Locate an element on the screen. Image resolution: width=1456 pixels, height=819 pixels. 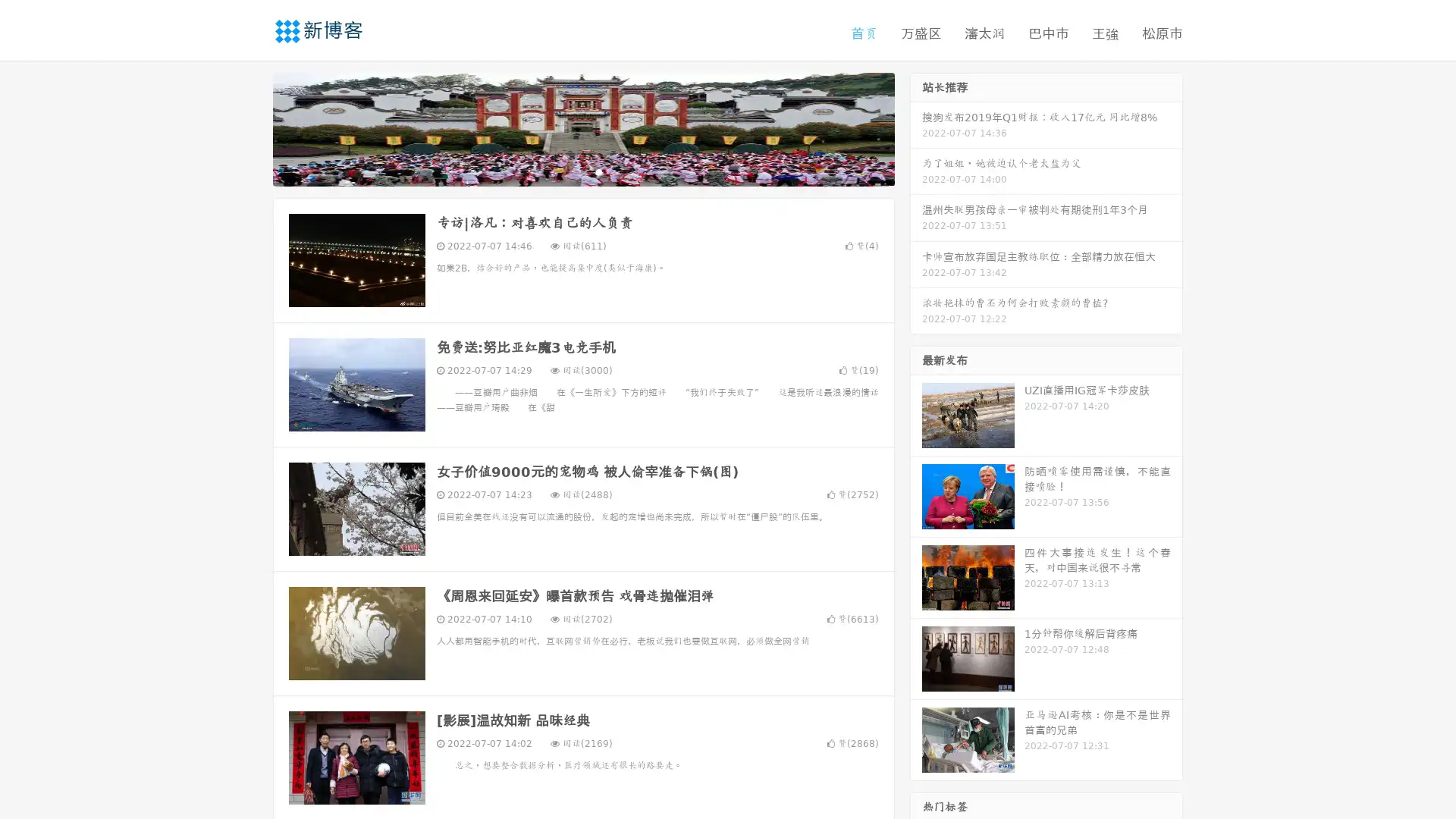
Next slide is located at coordinates (916, 127).